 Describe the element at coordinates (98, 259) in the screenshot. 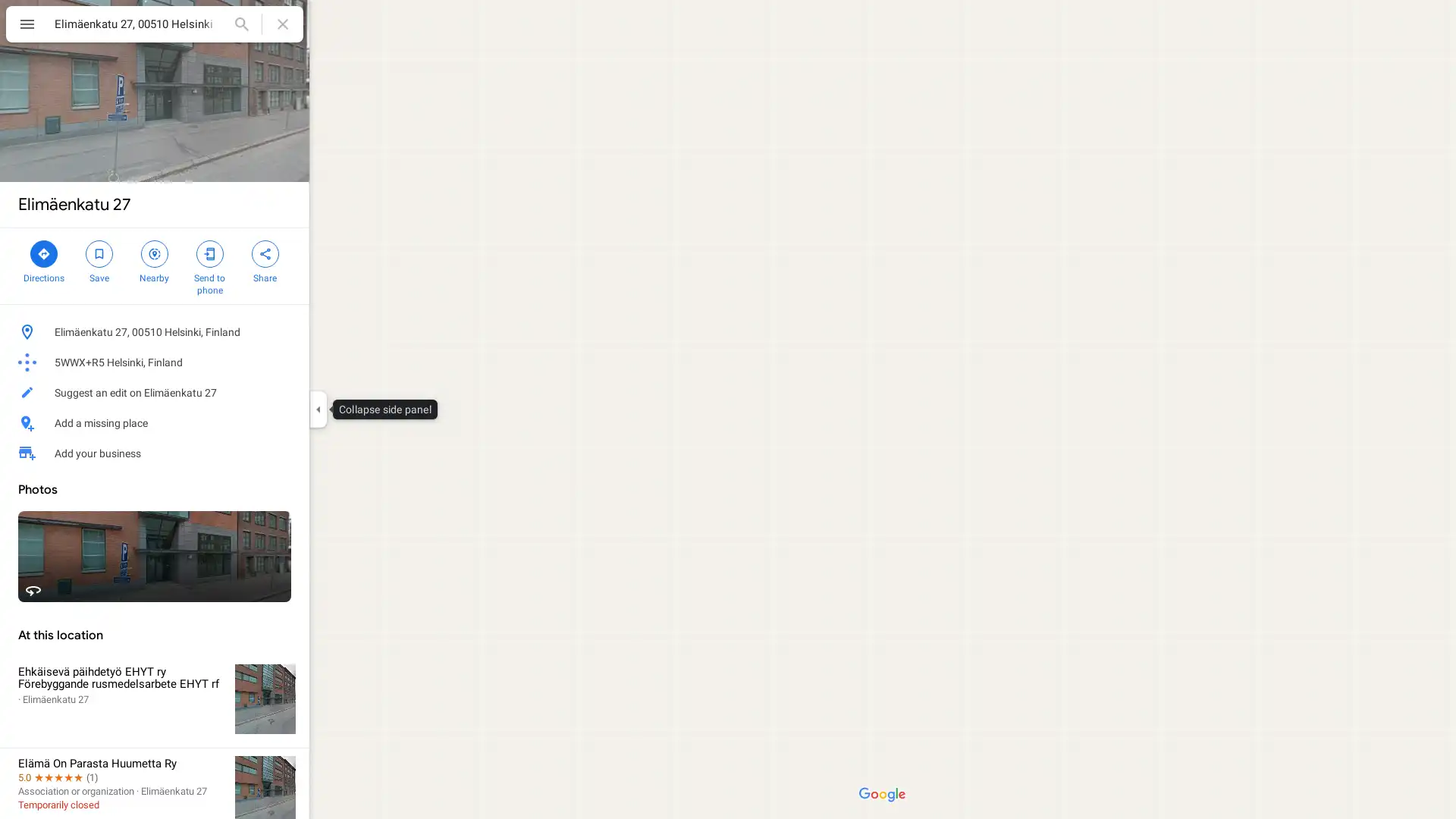

I see `Save Elimaenkatu 27 in your lists` at that location.